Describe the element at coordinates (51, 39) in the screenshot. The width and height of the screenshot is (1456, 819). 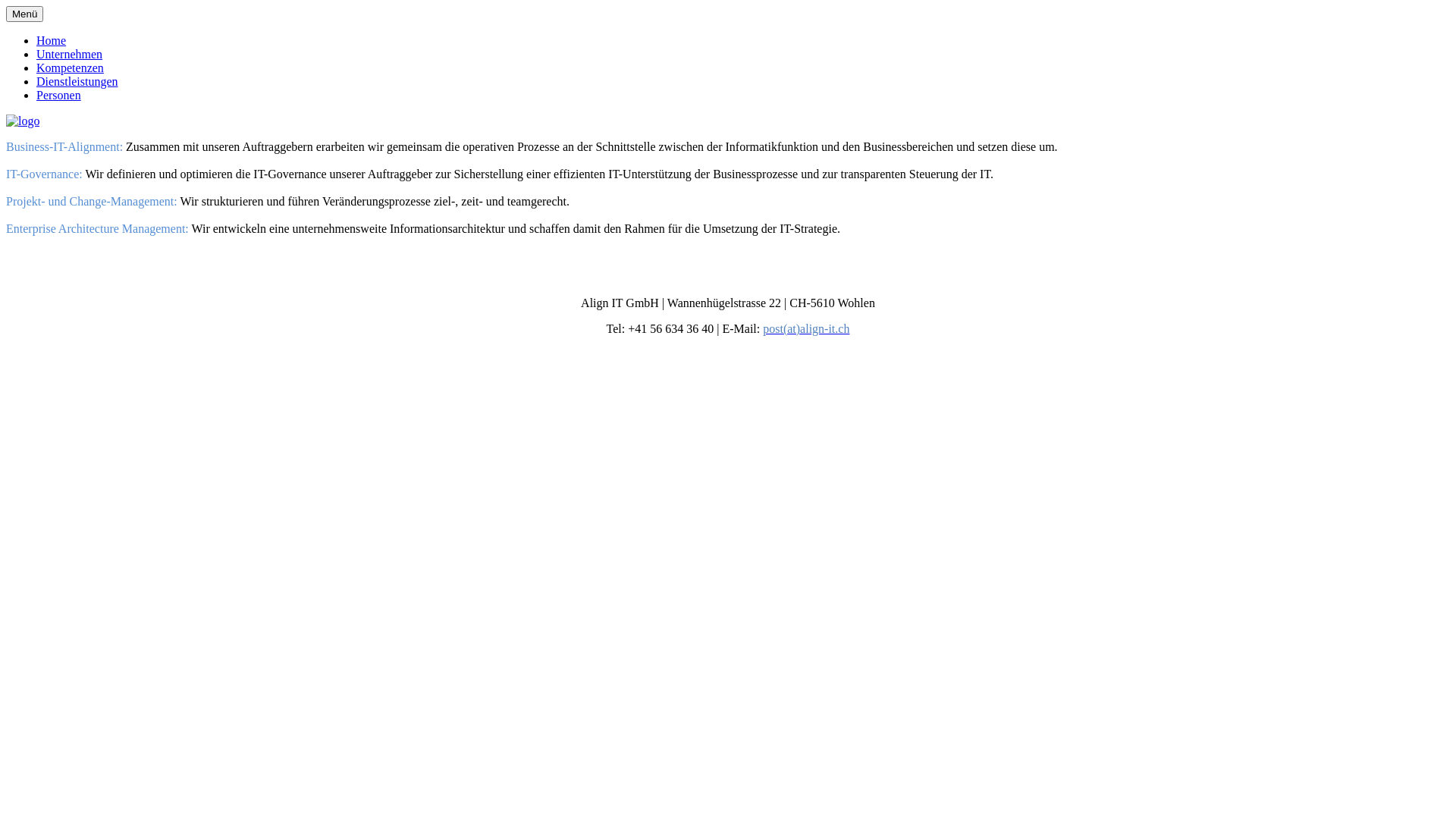
I see `'Home'` at that location.